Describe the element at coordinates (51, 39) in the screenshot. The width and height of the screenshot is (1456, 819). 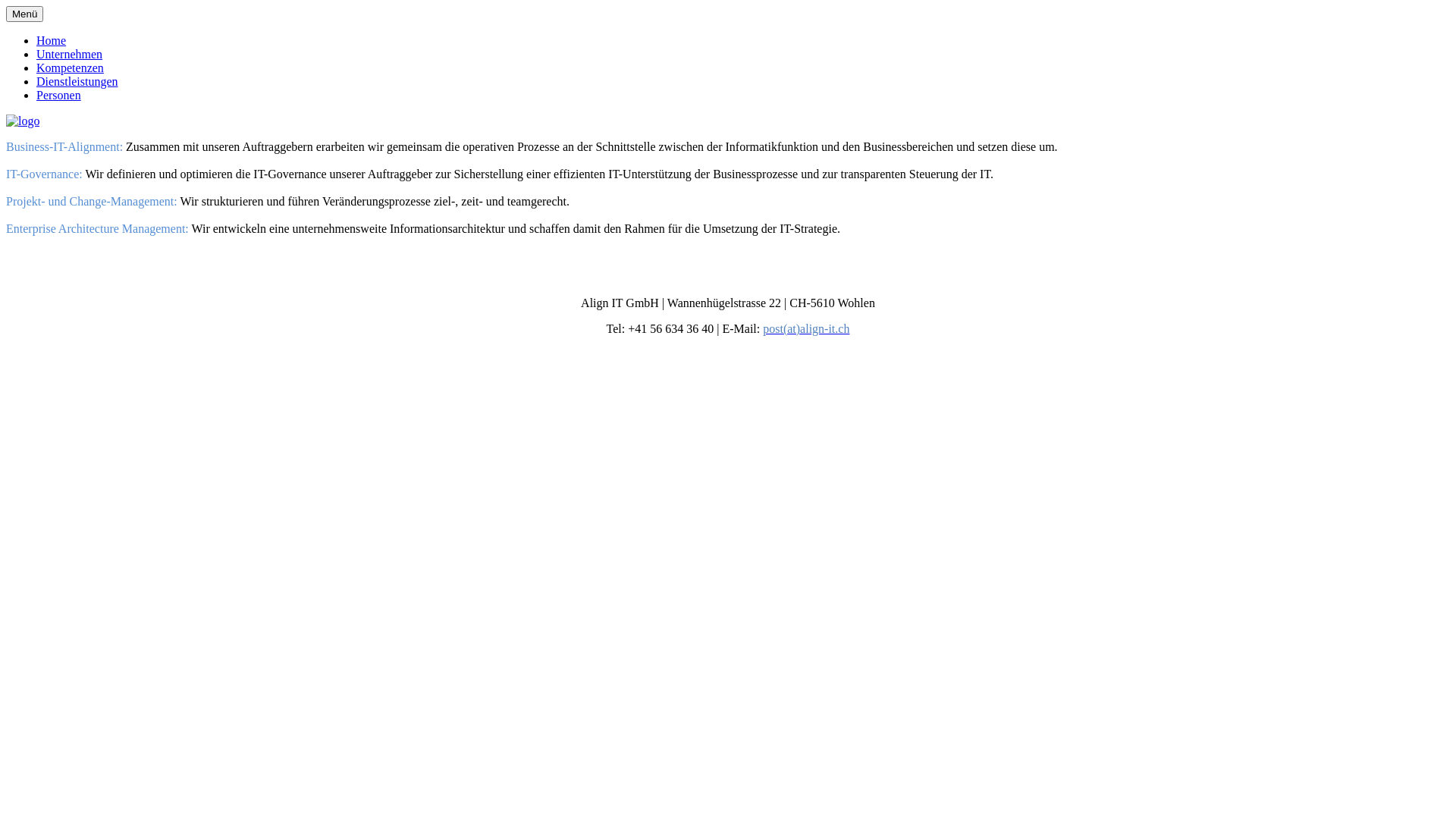
I see `'Home'` at that location.